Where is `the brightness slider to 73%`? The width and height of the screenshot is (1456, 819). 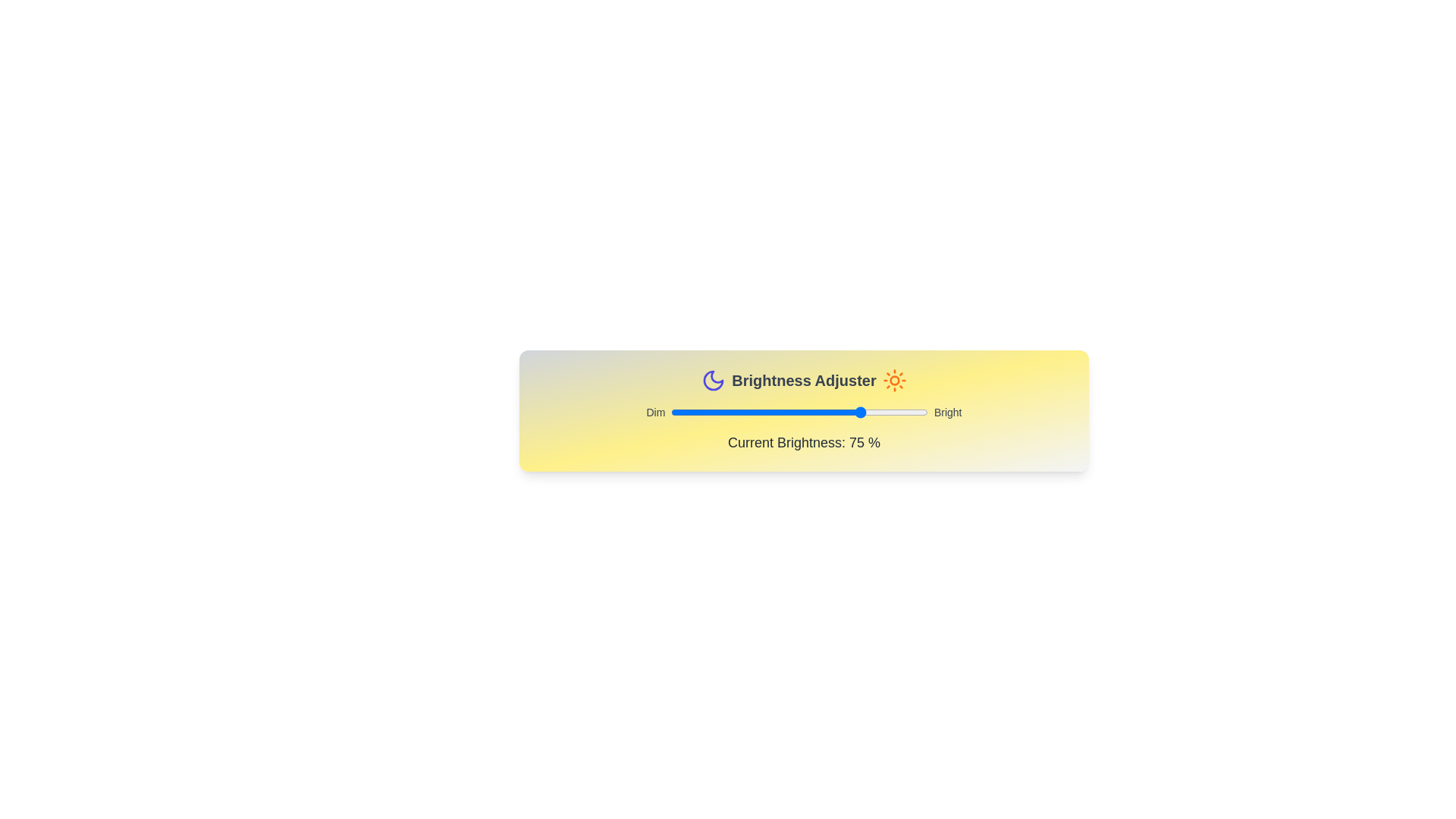
the brightness slider to 73% is located at coordinates (858, 412).